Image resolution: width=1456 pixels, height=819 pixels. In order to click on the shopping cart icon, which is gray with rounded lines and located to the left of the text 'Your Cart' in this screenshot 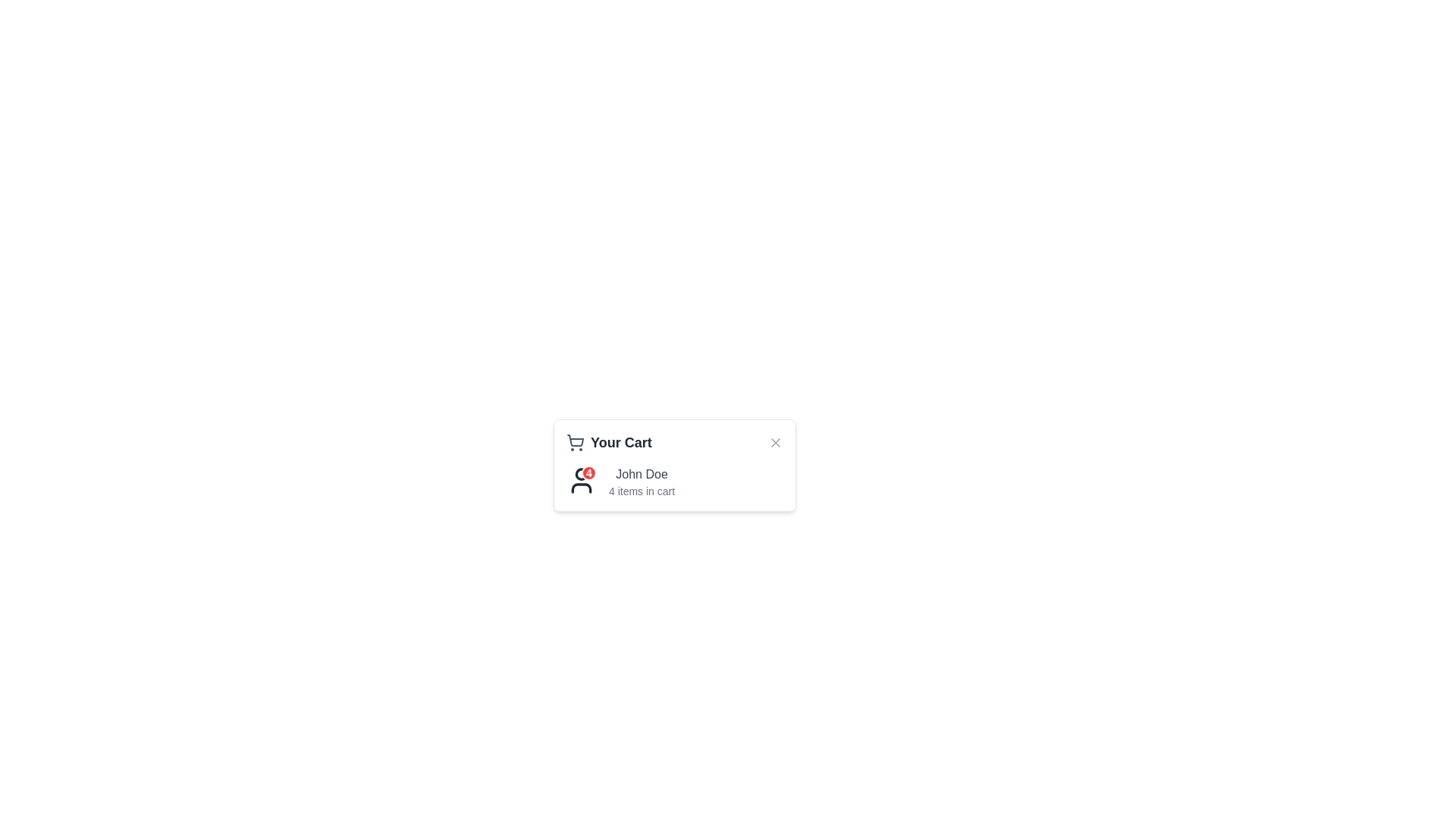, I will do `click(574, 442)`.